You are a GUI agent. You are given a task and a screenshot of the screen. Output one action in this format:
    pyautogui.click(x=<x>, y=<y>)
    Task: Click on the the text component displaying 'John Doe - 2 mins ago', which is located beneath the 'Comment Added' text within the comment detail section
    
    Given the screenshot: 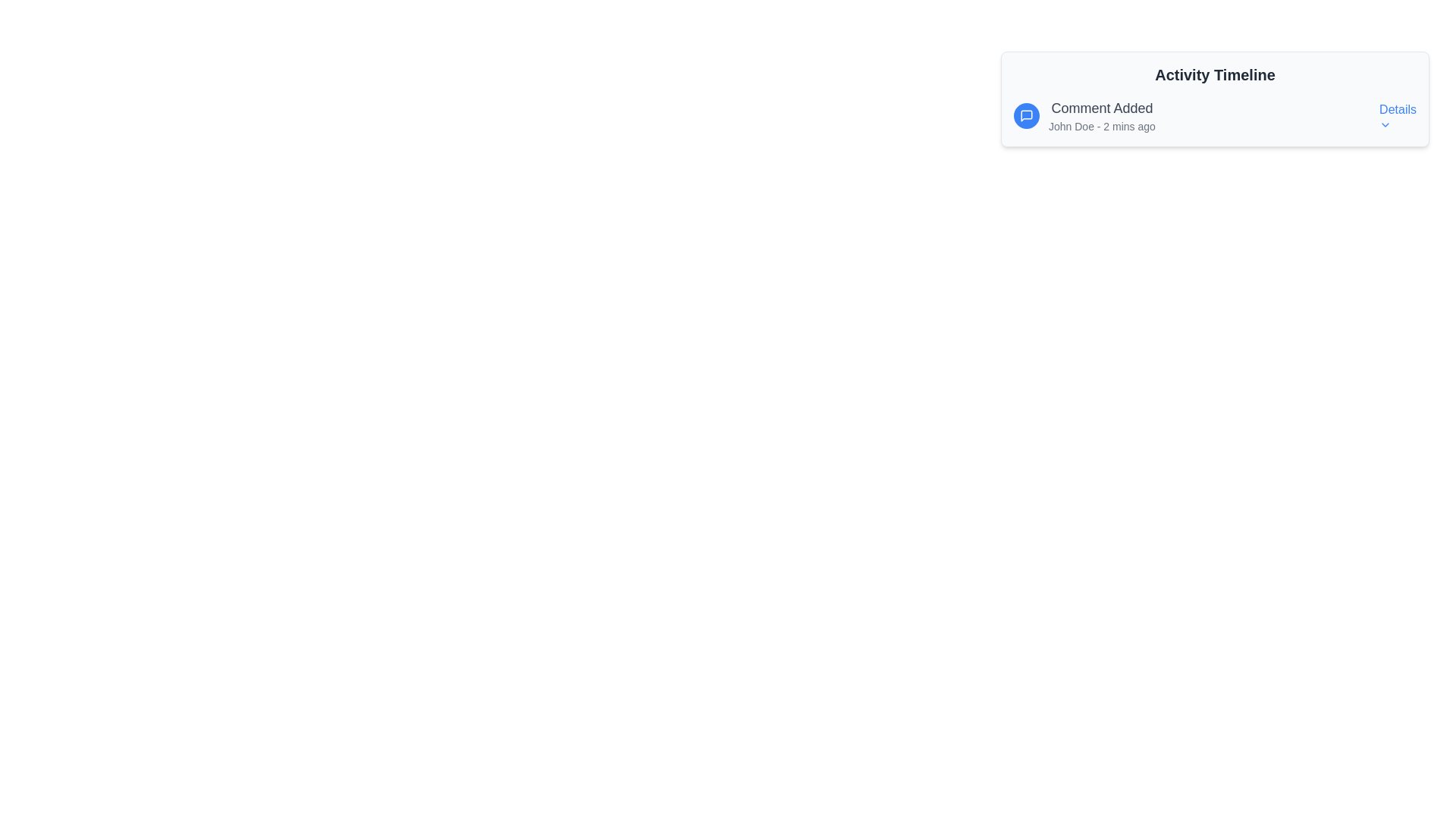 What is the action you would take?
    pyautogui.click(x=1102, y=125)
    